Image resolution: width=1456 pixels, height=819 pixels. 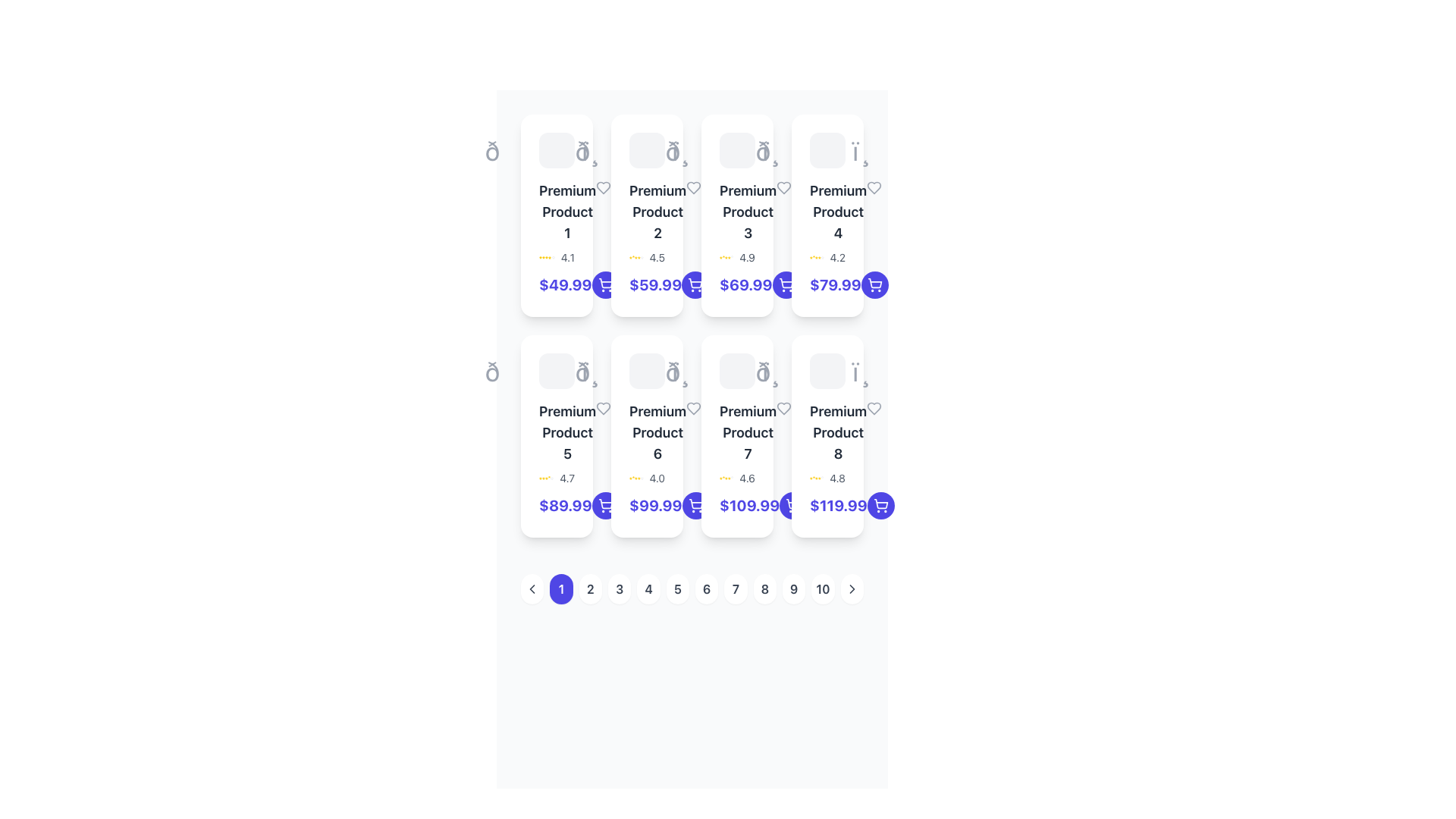 What do you see at coordinates (604, 504) in the screenshot?
I see `the add to cart icon located at the bottom-right corner of the 'Premium Product 8' card` at bounding box center [604, 504].